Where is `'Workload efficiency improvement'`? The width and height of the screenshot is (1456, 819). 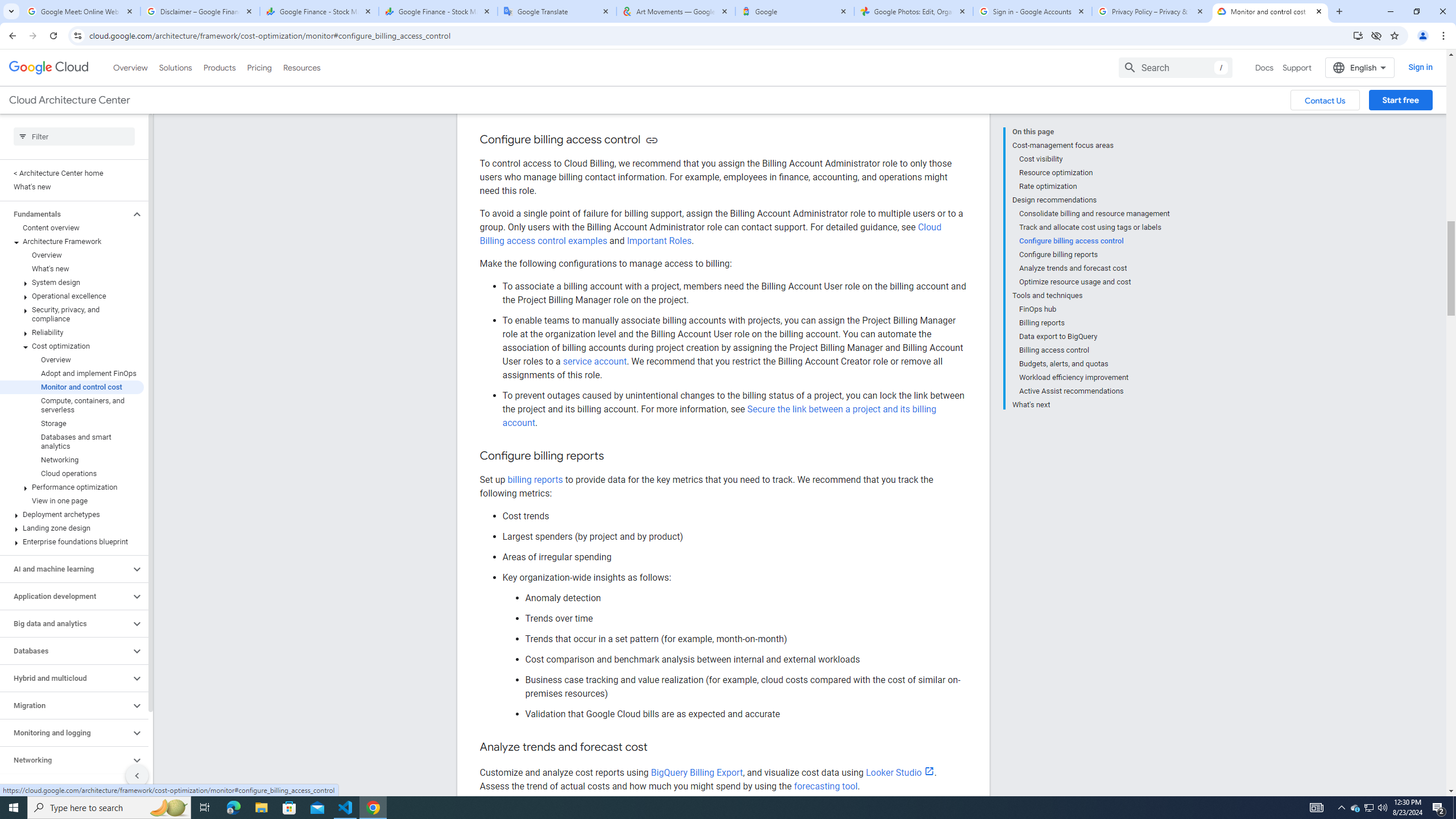 'Workload efficiency improvement' is located at coordinates (1094, 377).